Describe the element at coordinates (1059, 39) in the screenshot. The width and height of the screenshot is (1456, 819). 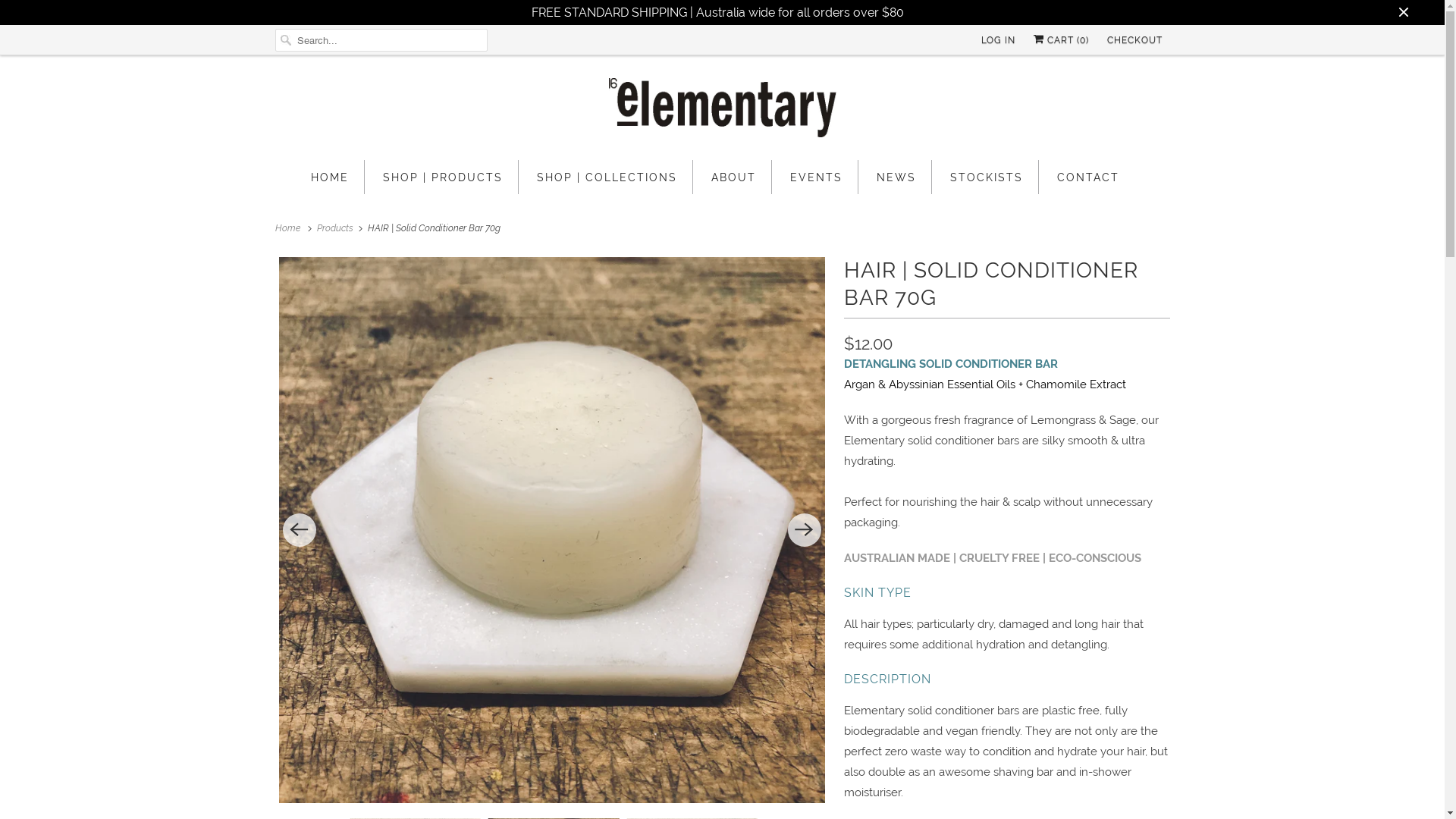
I see `'CART (0)'` at that location.